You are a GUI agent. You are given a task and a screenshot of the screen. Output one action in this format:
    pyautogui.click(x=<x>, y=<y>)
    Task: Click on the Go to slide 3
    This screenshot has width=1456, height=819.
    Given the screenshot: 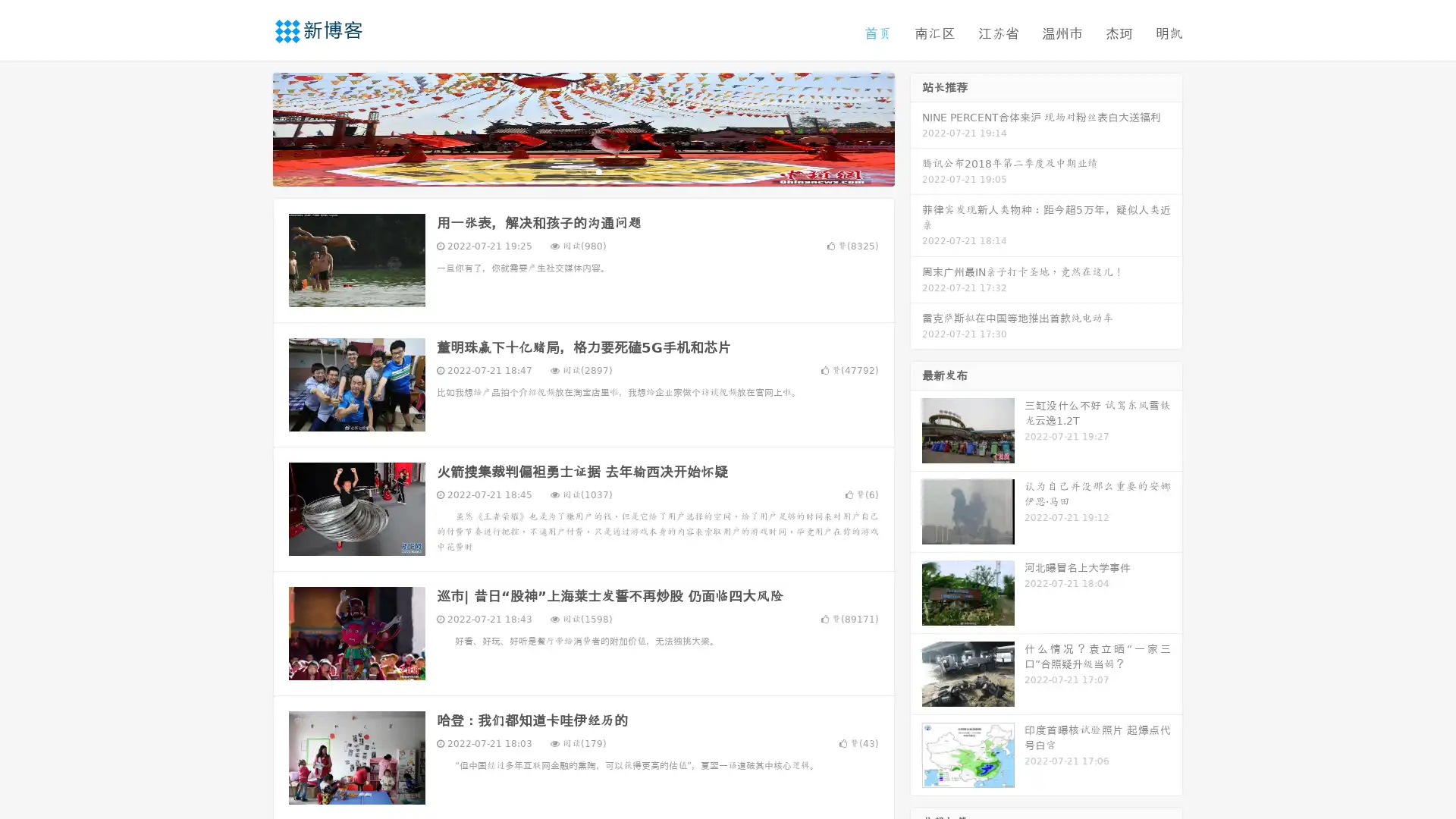 What is the action you would take?
    pyautogui.click(x=598, y=171)
    